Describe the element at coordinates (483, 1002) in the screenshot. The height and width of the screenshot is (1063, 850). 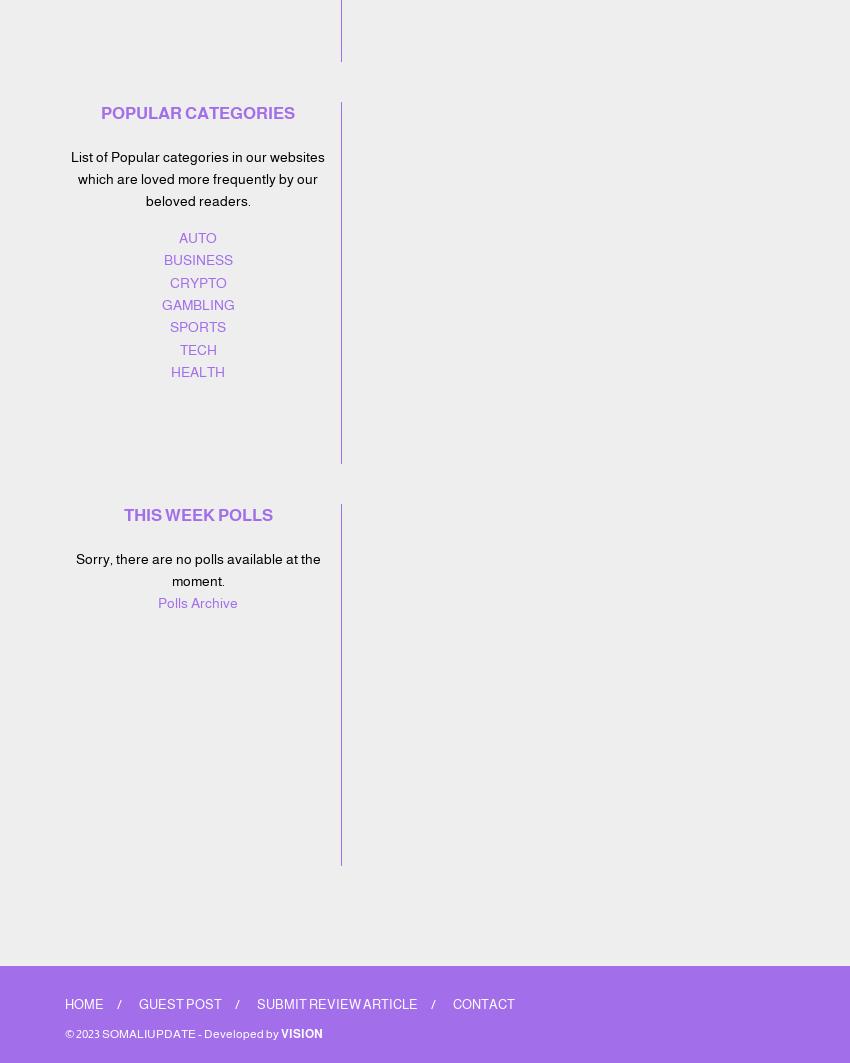
I see `'Contact'` at that location.